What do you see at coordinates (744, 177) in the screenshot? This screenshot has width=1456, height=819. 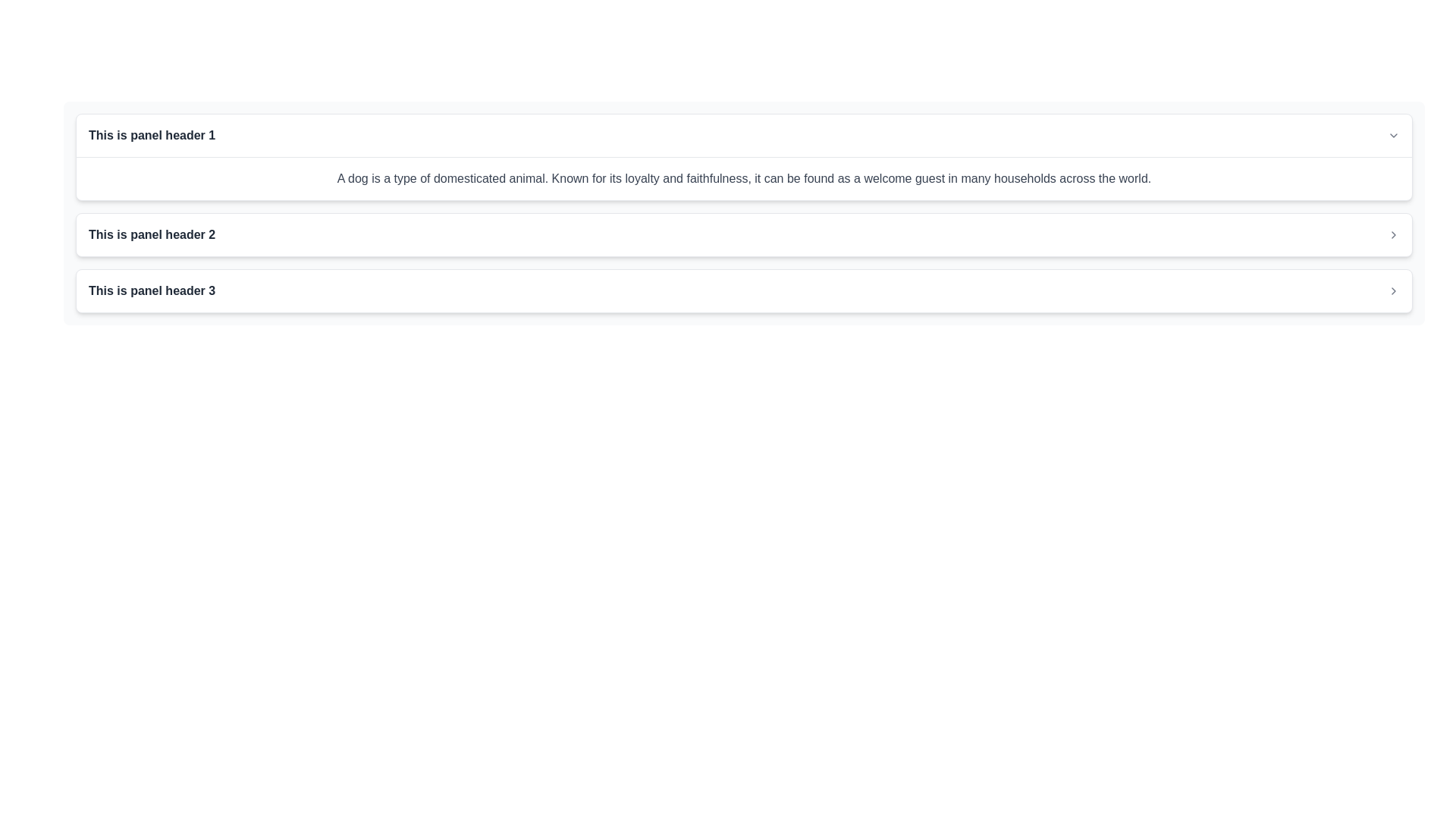 I see `the light gray text block describing a domesticated dog, located below the header 'This is panel header 1'` at bounding box center [744, 177].